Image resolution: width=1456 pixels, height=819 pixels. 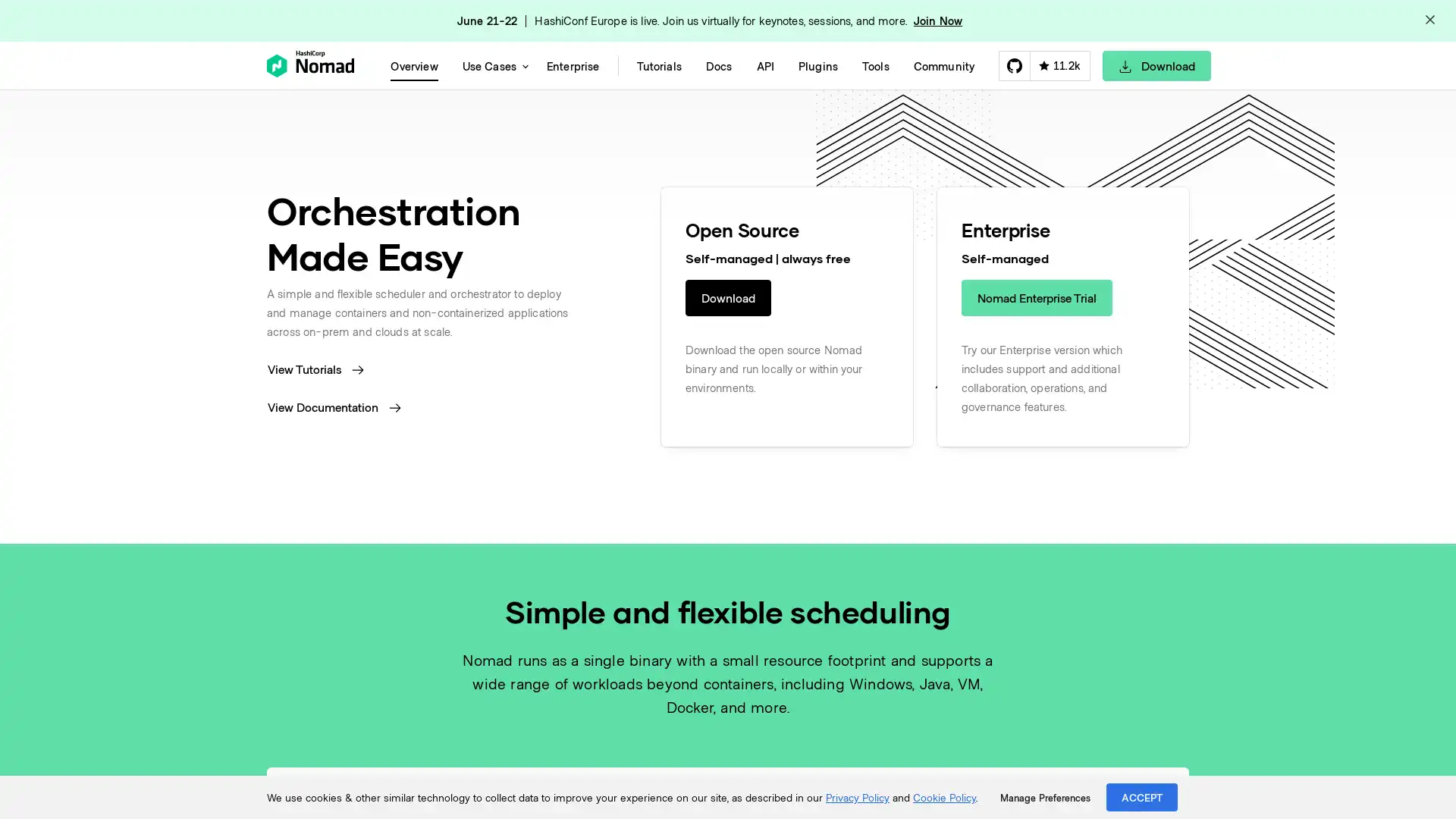 What do you see at coordinates (1429, 20) in the screenshot?
I see `Dismiss alert` at bounding box center [1429, 20].